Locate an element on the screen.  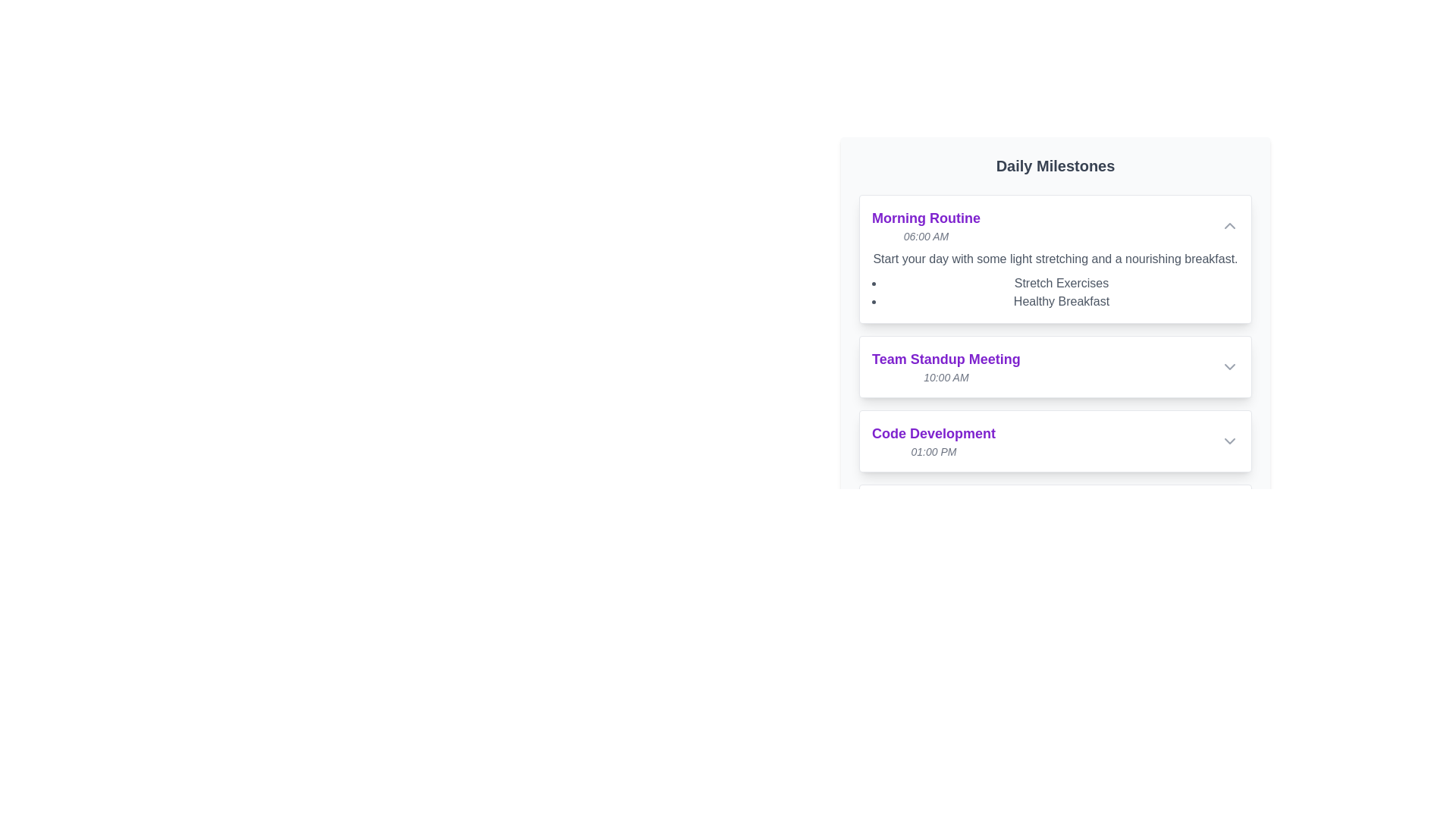
the interactive control button for collapsing or hiding the 'Morning Routine' section is located at coordinates (1230, 225).